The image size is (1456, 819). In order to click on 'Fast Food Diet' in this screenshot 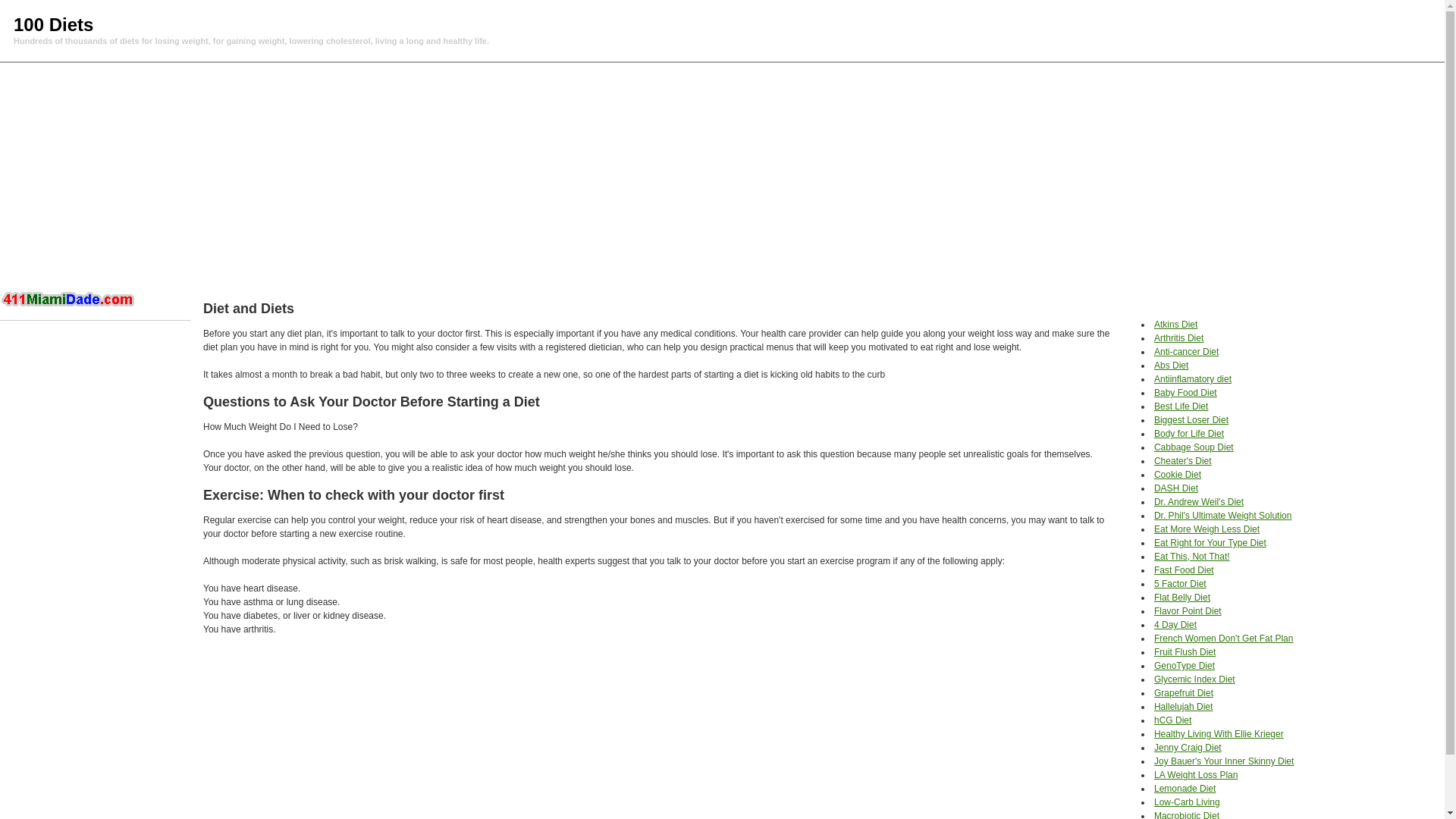, I will do `click(1183, 570)`.